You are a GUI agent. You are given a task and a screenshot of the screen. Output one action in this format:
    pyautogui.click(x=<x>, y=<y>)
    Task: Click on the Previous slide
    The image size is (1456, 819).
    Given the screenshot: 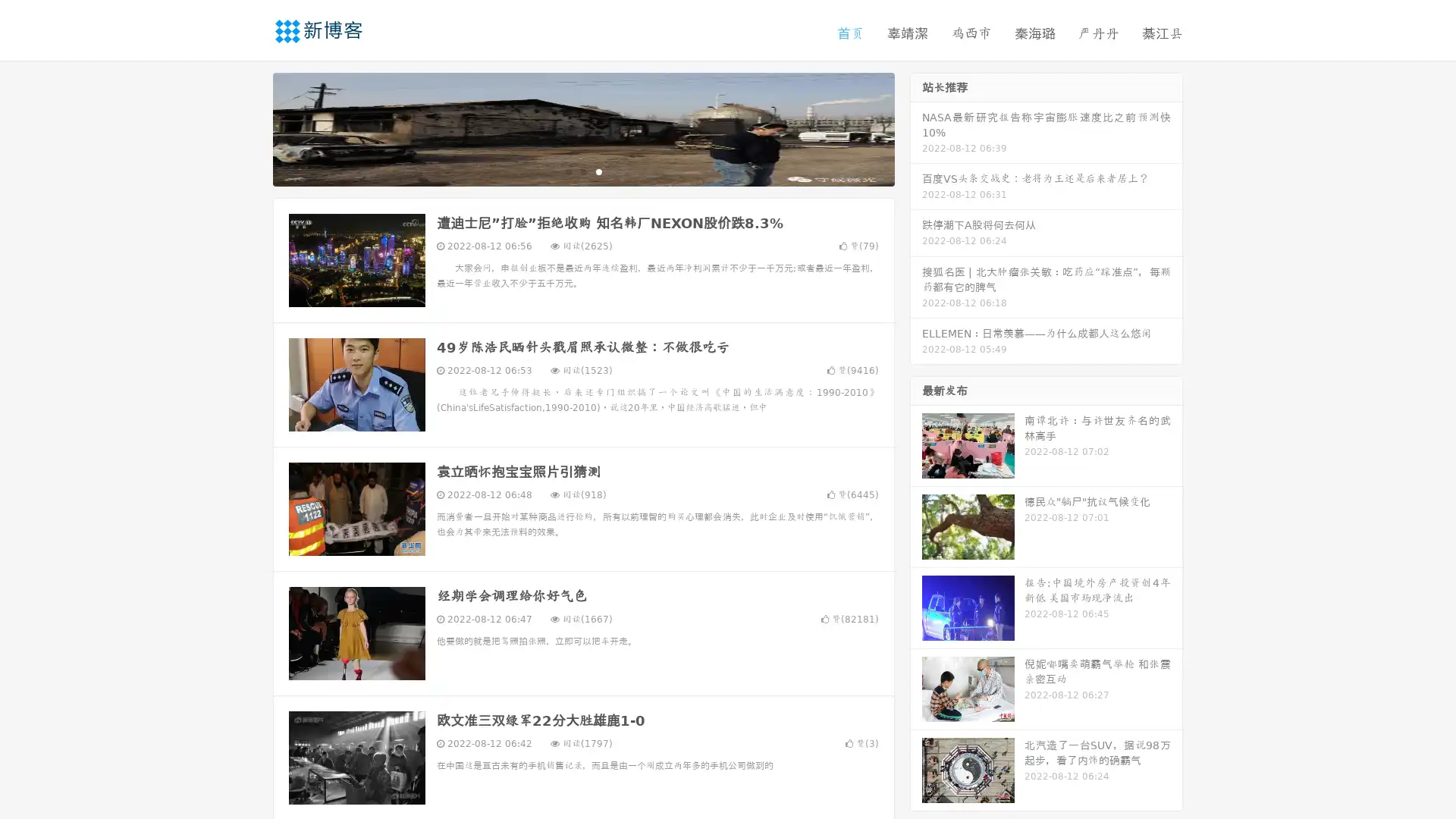 What is the action you would take?
    pyautogui.click(x=250, y=127)
    